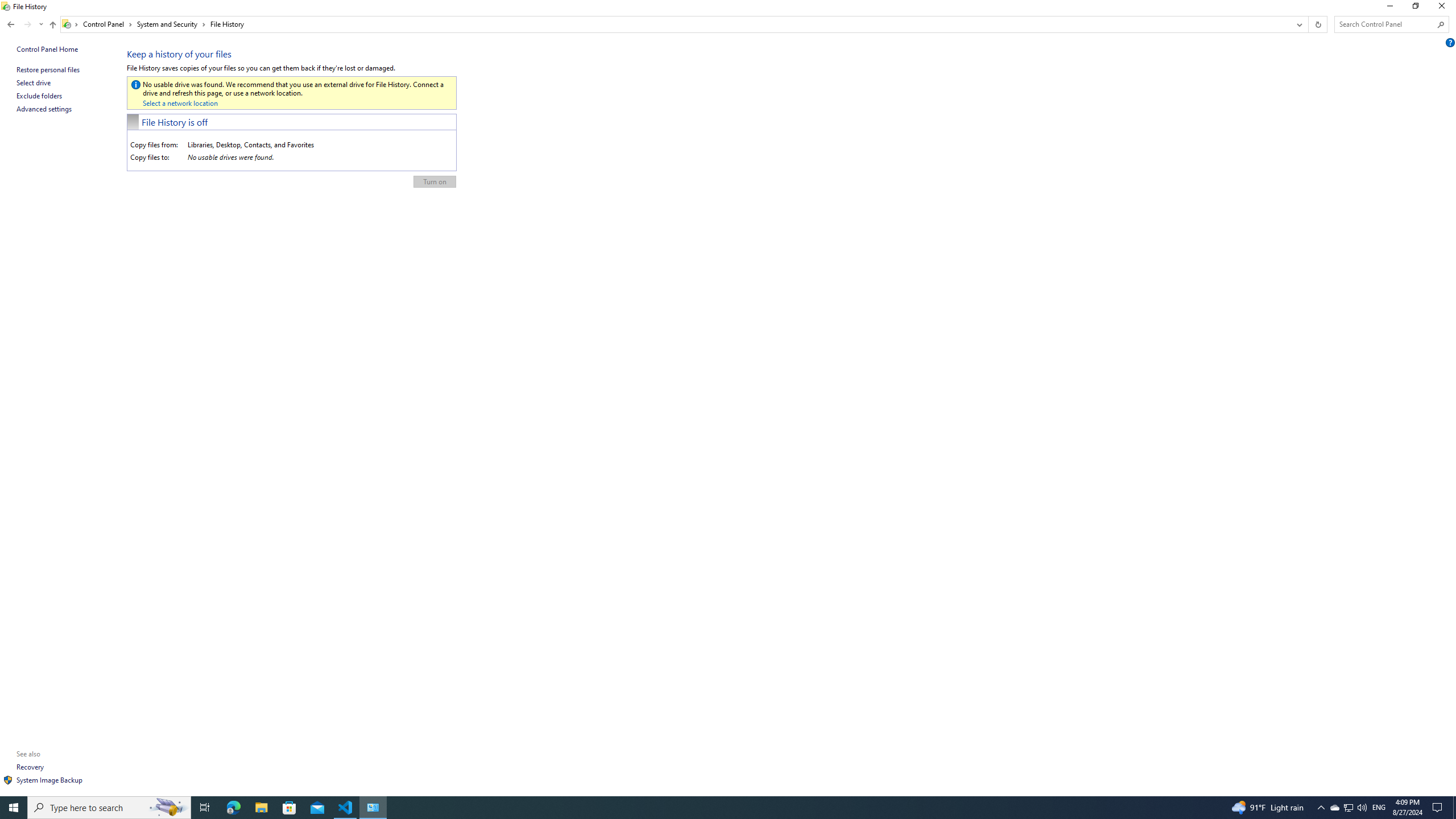 This screenshot has height=819, width=1456. What do you see at coordinates (1298, 24) in the screenshot?
I see `'Previous Locations'` at bounding box center [1298, 24].